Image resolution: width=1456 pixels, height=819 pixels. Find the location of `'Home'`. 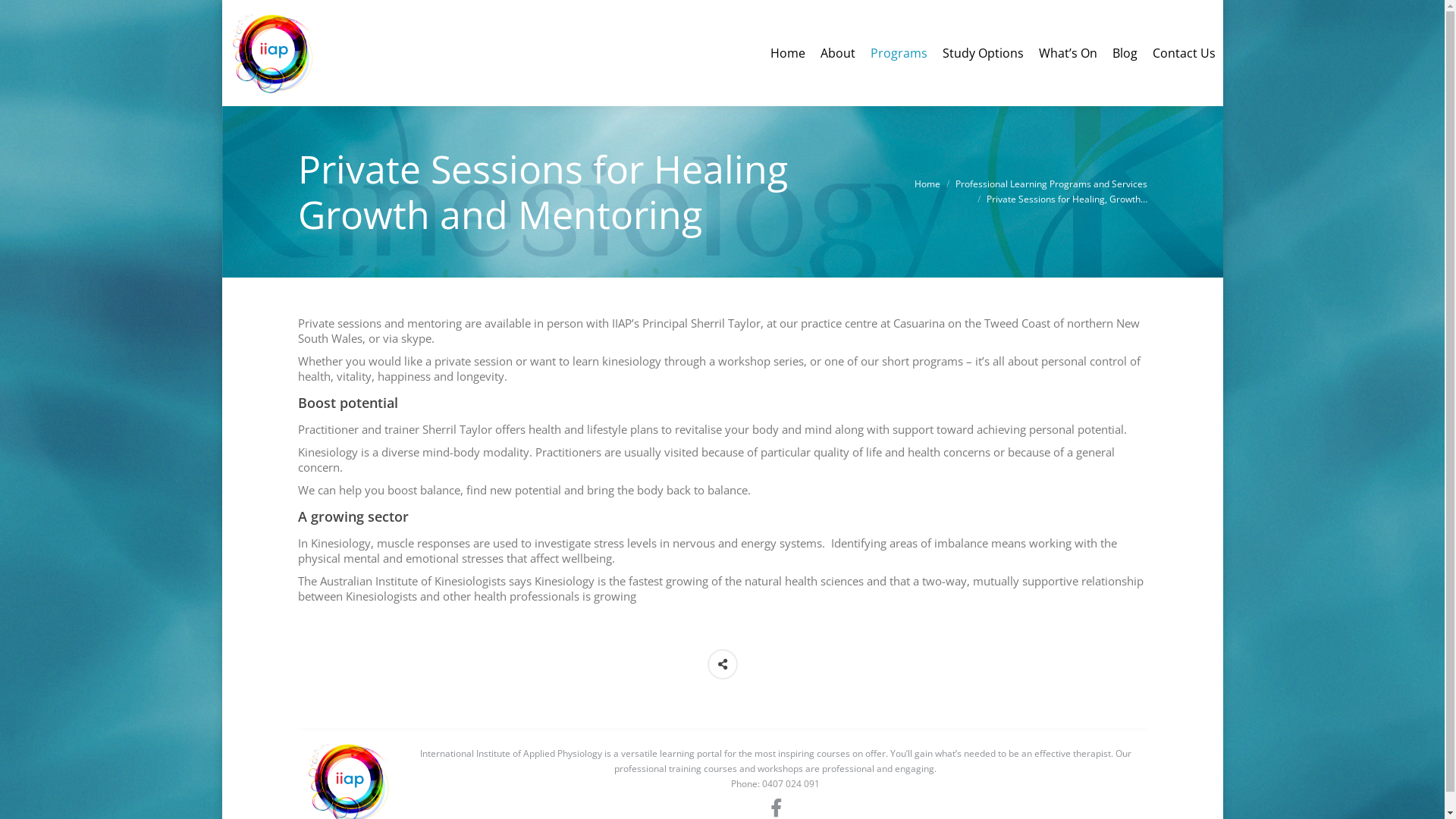

'Home' is located at coordinates (927, 183).